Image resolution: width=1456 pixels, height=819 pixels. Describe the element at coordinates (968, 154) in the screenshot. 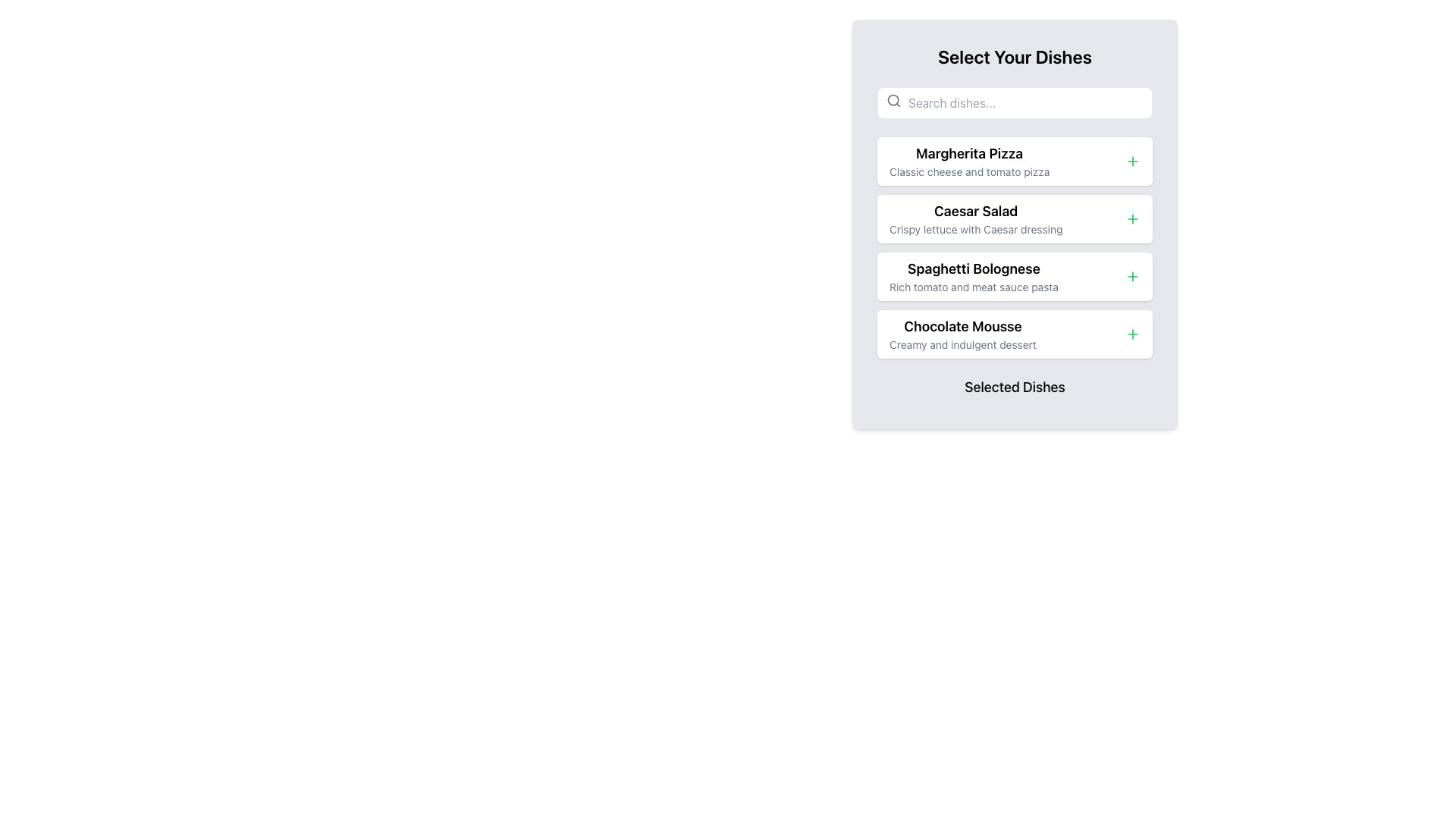

I see `the 'Margherita Pizza' text label, which is displayed in a bold and larger font within a rounded white button-like area on a gray background panel` at that location.